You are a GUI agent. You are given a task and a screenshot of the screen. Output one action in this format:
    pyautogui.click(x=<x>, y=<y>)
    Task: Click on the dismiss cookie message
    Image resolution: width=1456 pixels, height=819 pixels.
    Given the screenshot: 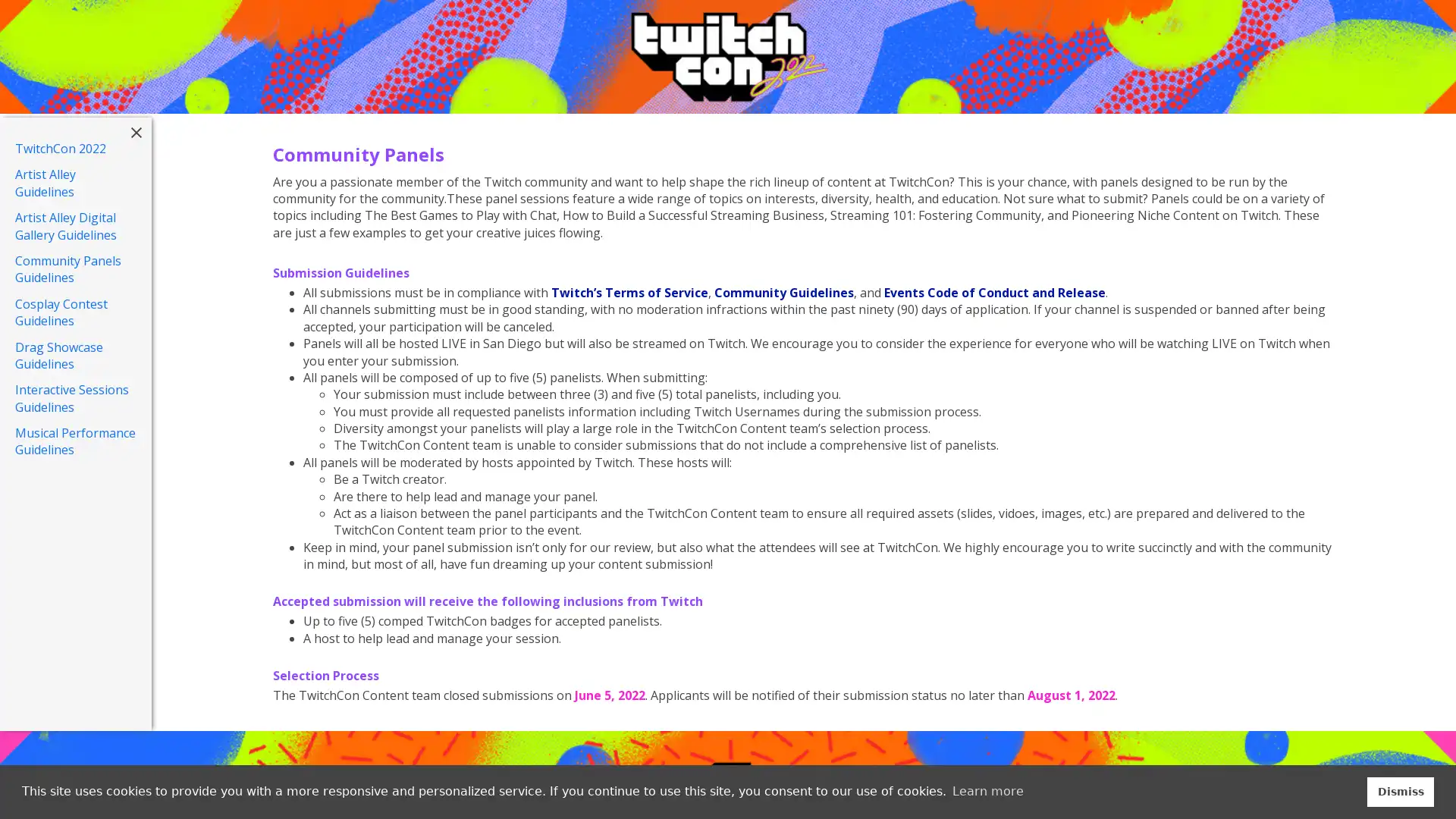 What is the action you would take?
    pyautogui.click(x=1400, y=791)
    